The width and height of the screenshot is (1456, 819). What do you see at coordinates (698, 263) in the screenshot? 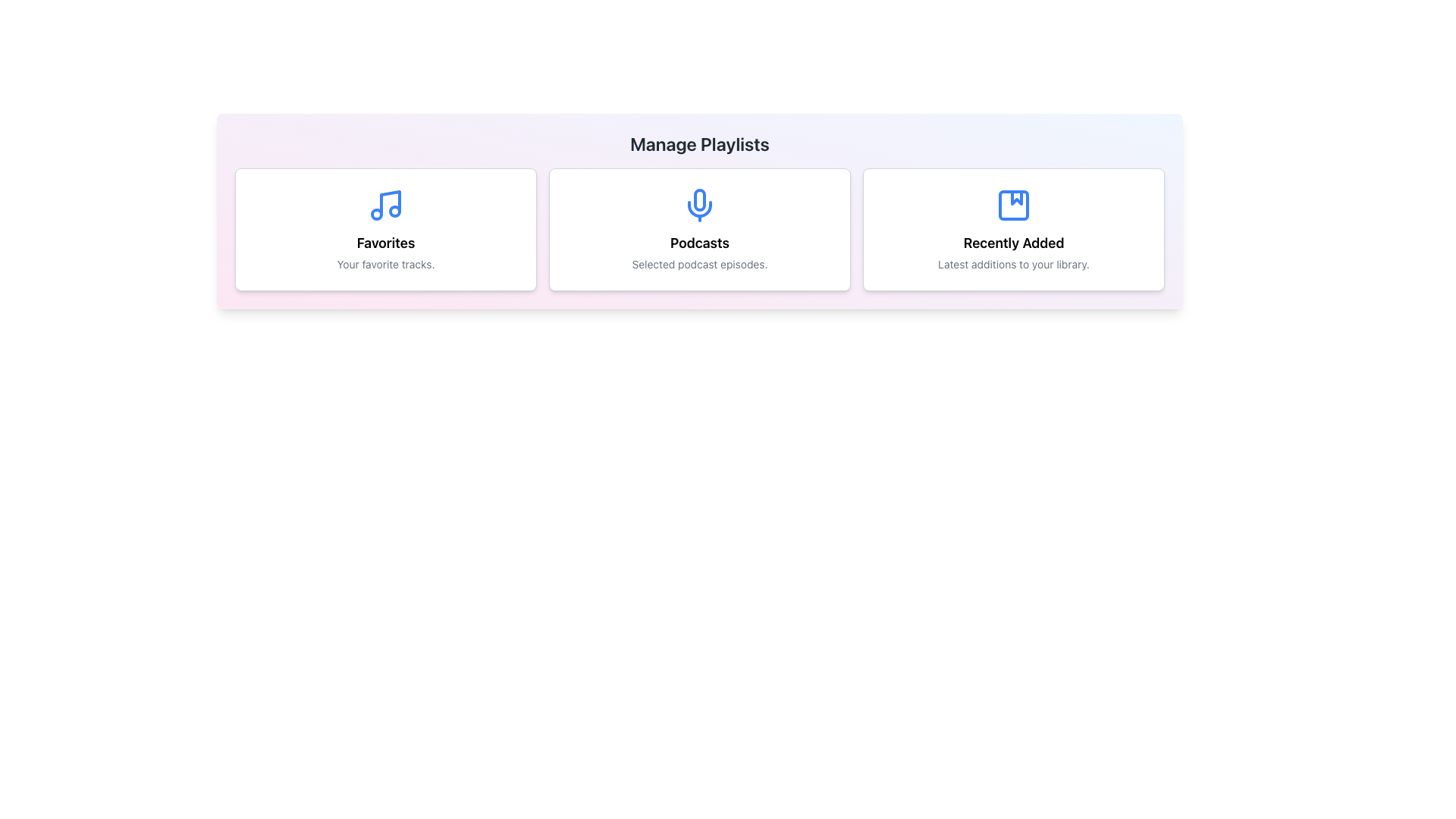
I see `descriptive text label located below the 'Podcasts' title in the second card of a horizontal set of three` at bounding box center [698, 263].